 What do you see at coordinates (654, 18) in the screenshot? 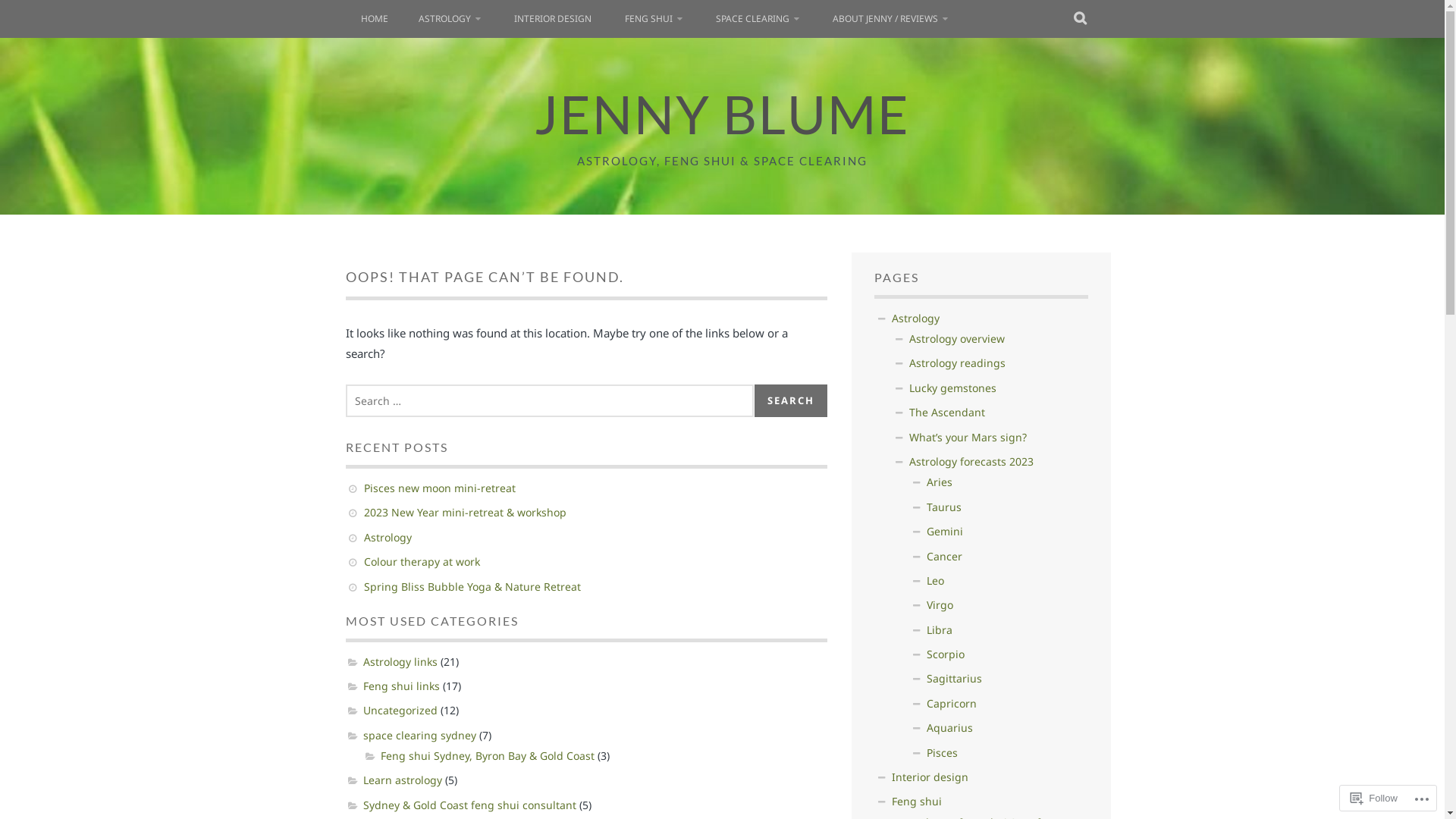
I see `'FENG SHUI'` at bounding box center [654, 18].